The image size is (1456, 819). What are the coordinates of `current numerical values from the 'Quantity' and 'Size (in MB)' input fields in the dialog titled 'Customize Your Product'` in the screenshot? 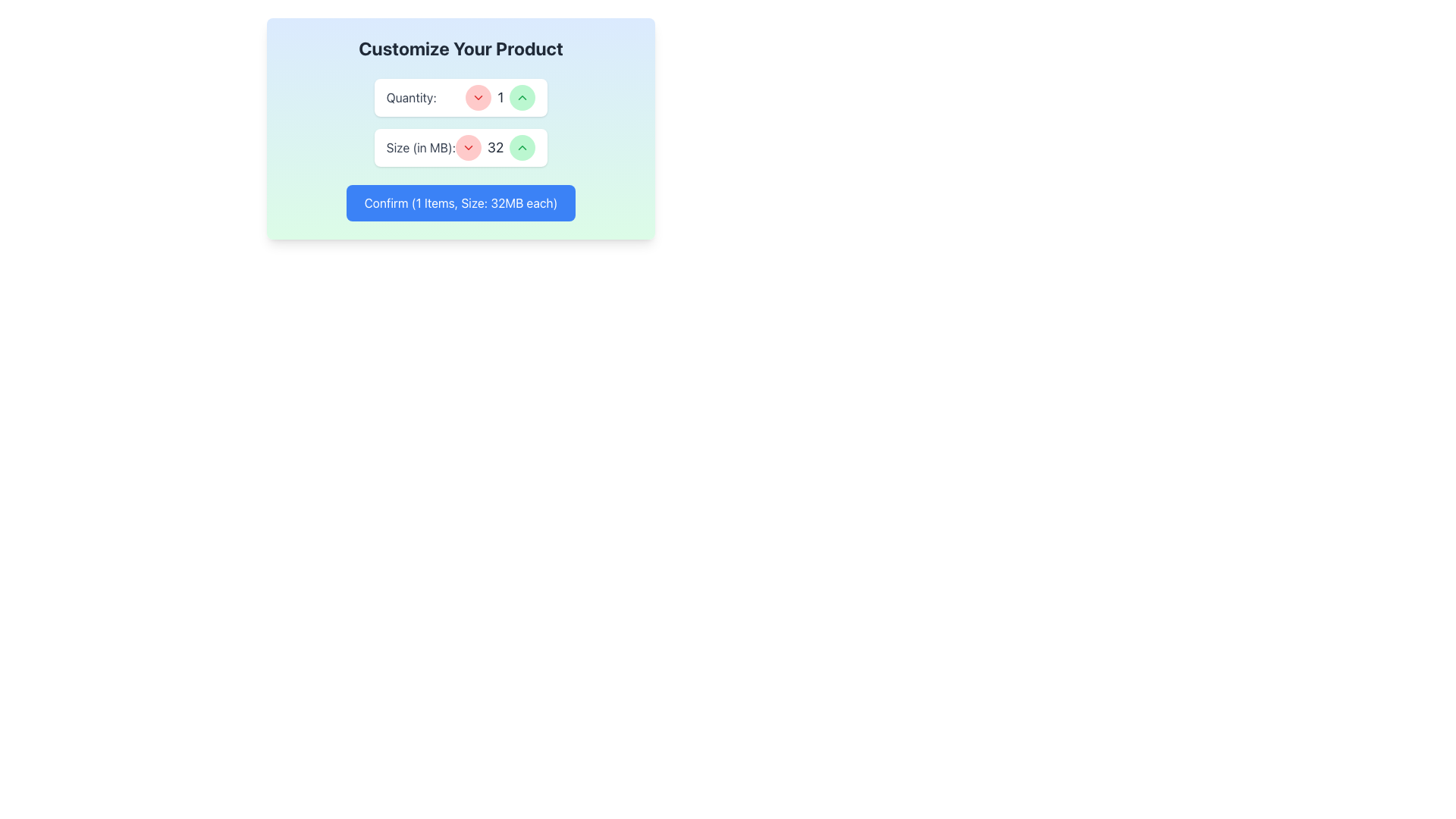 It's located at (460, 122).